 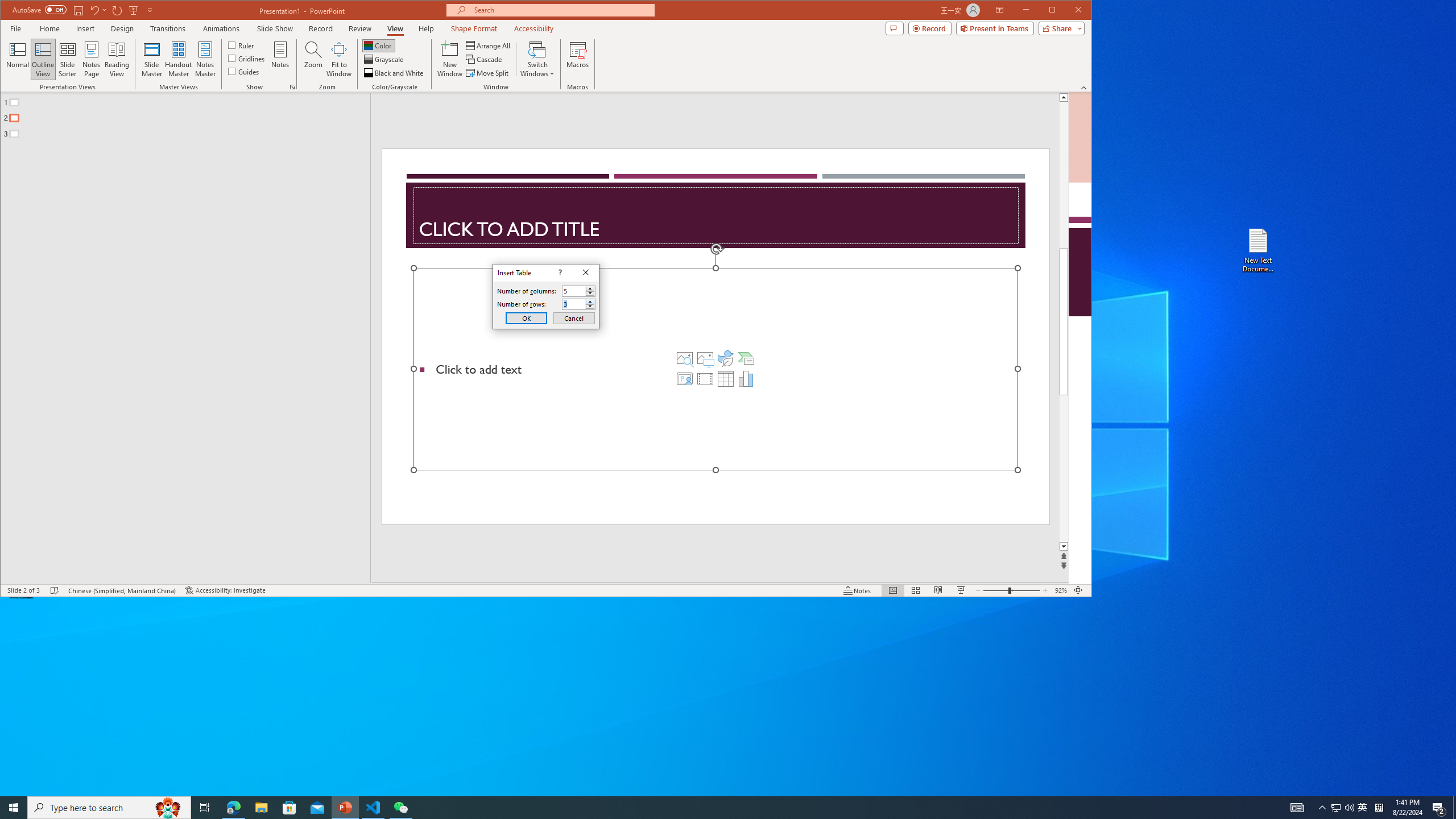 What do you see at coordinates (241, 44) in the screenshot?
I see `'Ruler'` at bounding box center [241, 44].